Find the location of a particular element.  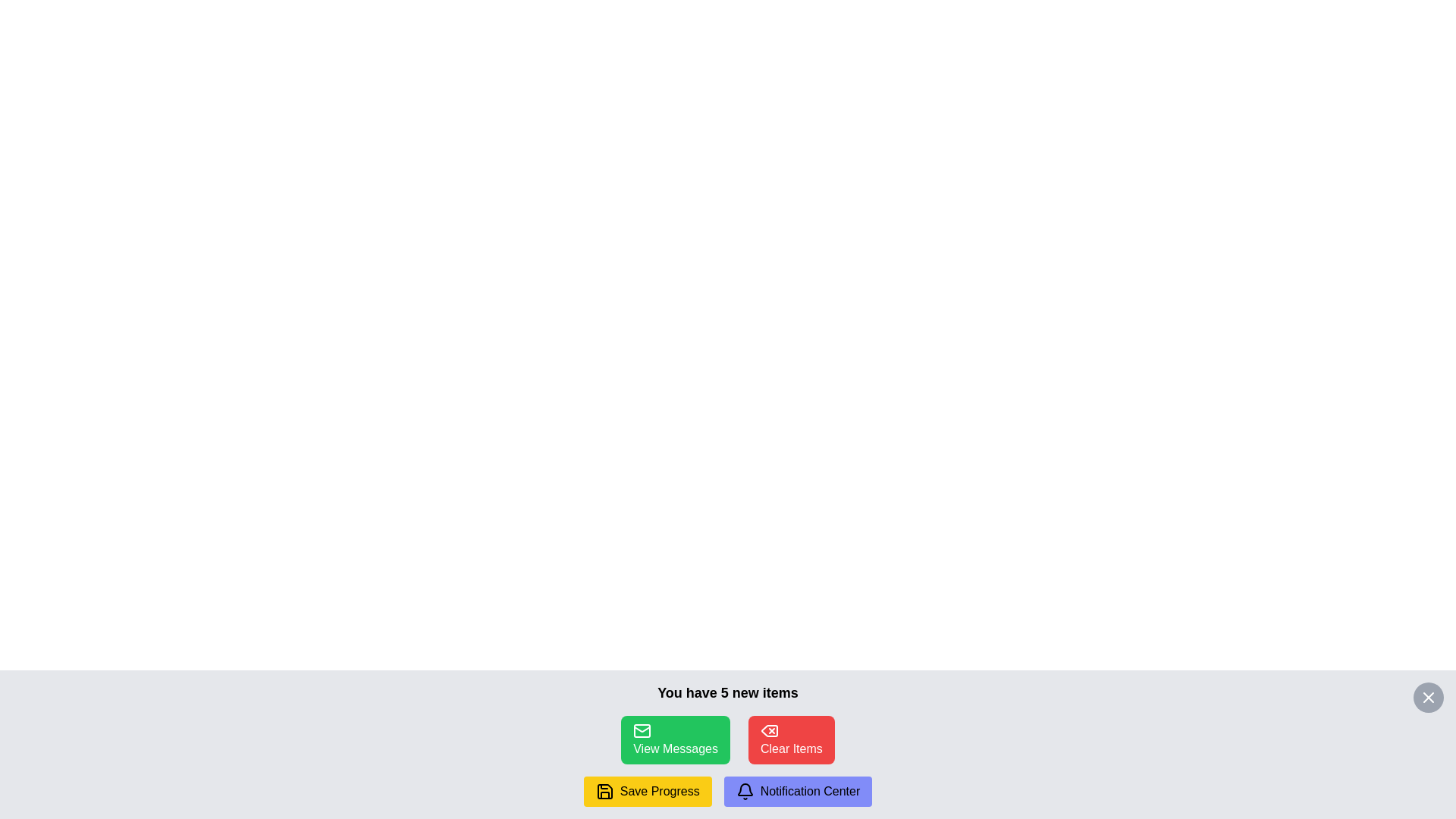

the red 'Clear Items' button with rounded corners, labeled in white text is located at coordinates (790, 739).